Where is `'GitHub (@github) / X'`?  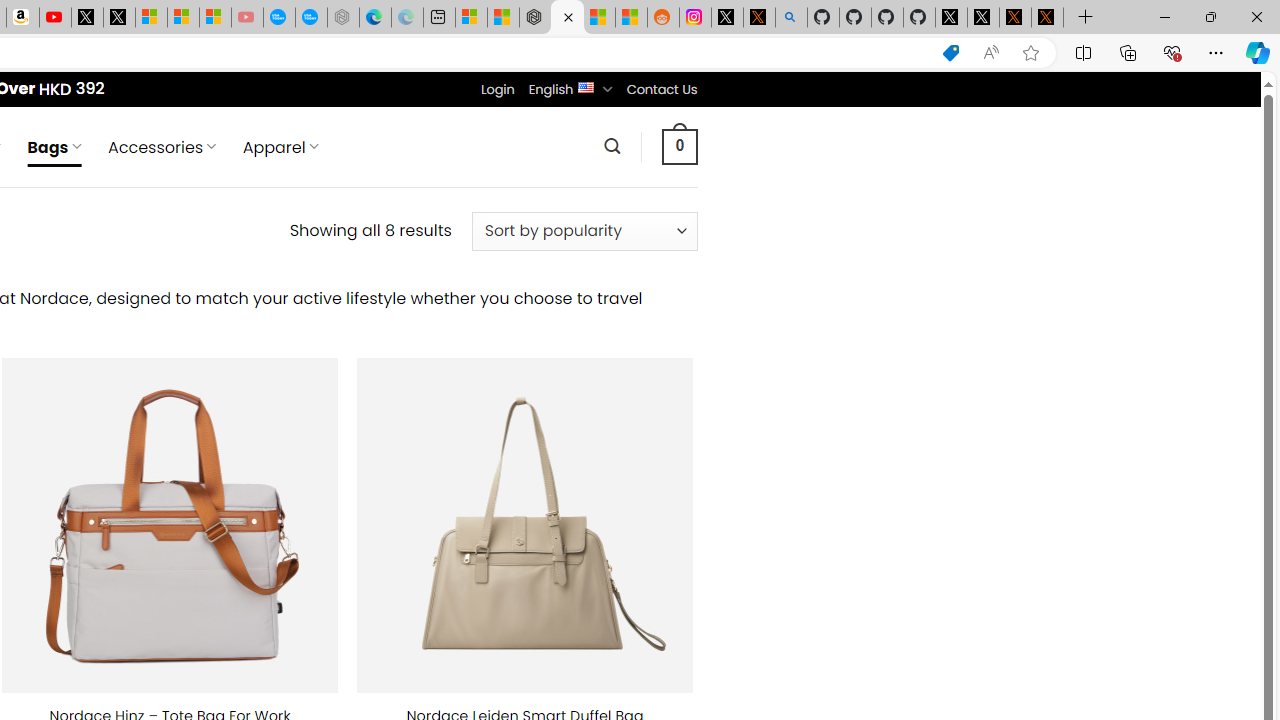
'GitHub (@github) / X' is located at coordinates (983, 17).